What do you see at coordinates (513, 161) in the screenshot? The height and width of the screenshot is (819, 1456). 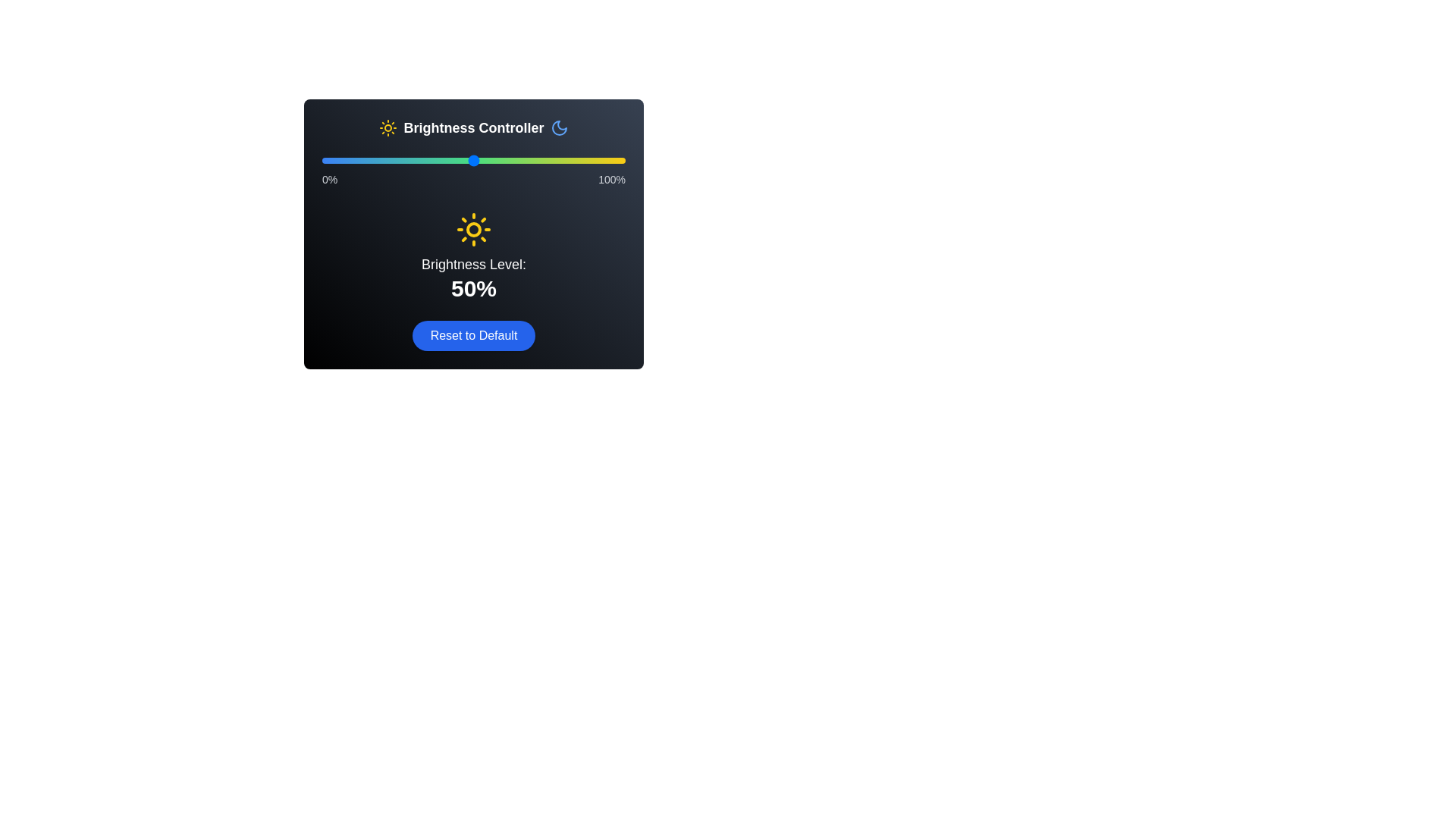 I see `the brightness slider to 63%` at bounding box center [513, 161].